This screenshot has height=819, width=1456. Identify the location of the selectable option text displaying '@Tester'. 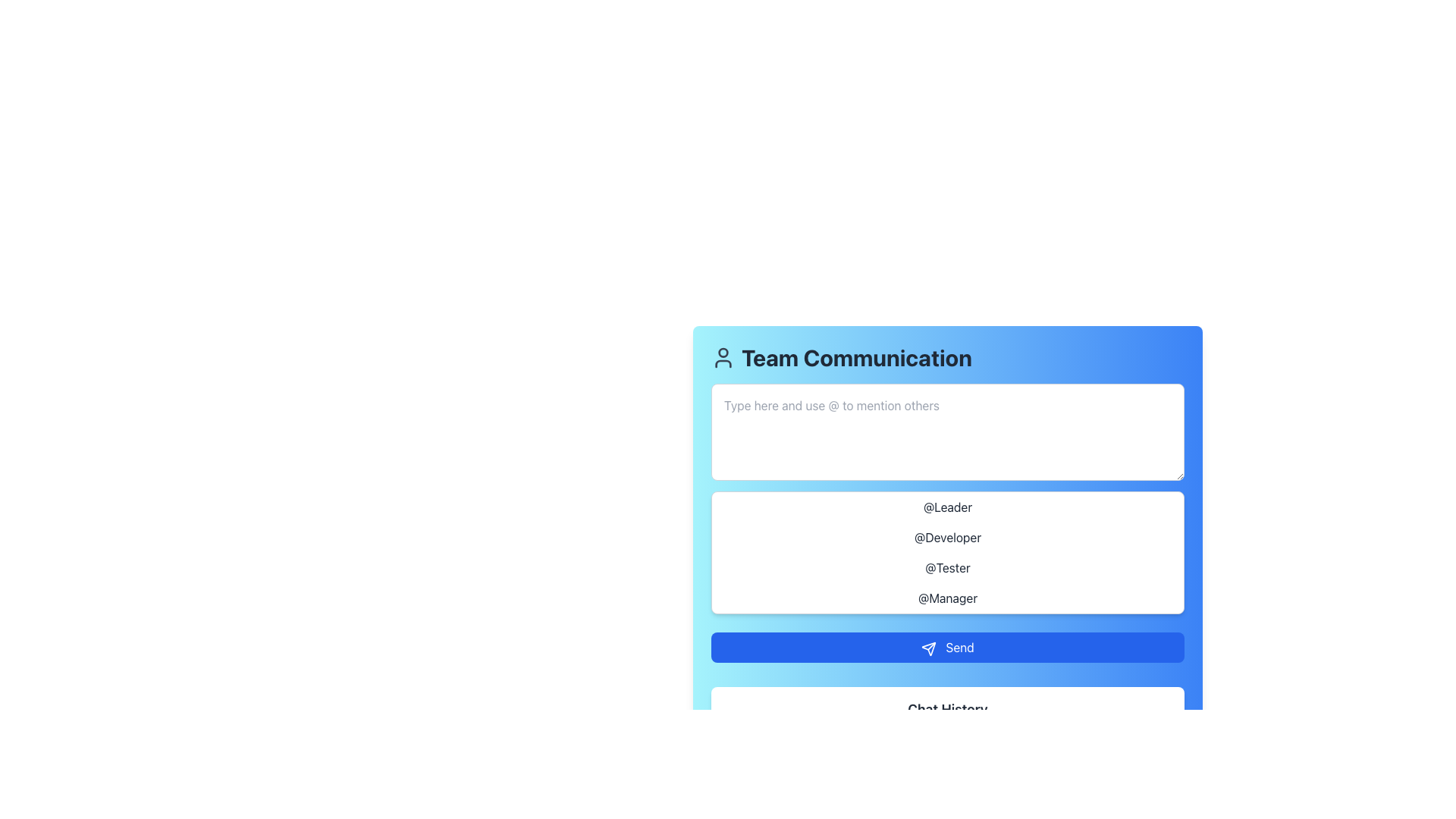
(946, 567).